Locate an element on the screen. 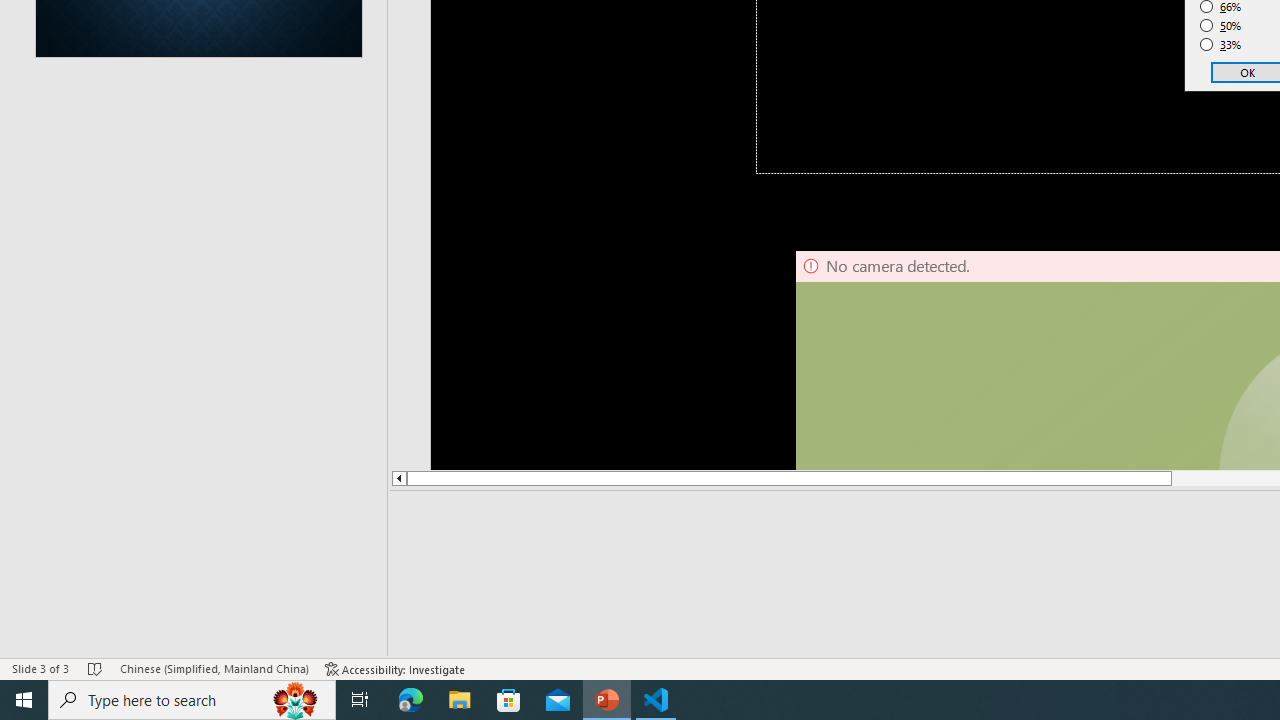  '50%' is located at coordinates (1220, 25).